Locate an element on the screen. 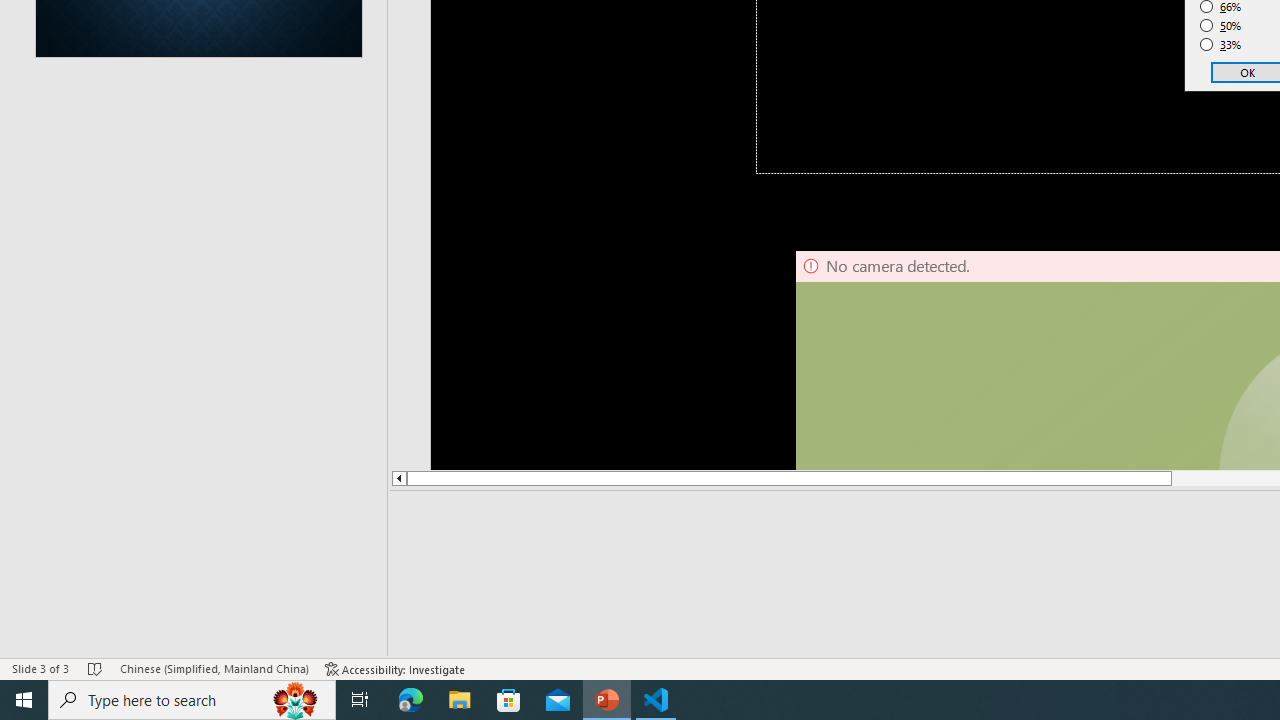  '50%' is located at coordinates (1220, 25).